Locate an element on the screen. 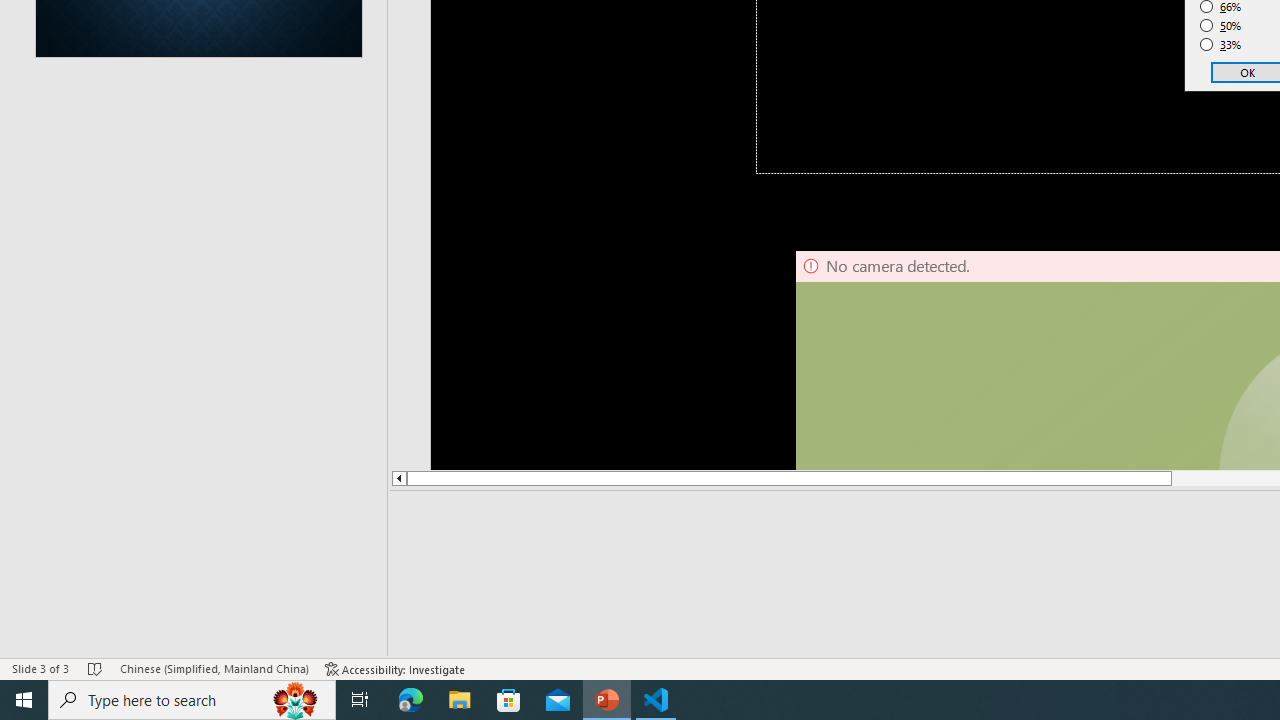  '50%' is located at coordinates (1220, 25).